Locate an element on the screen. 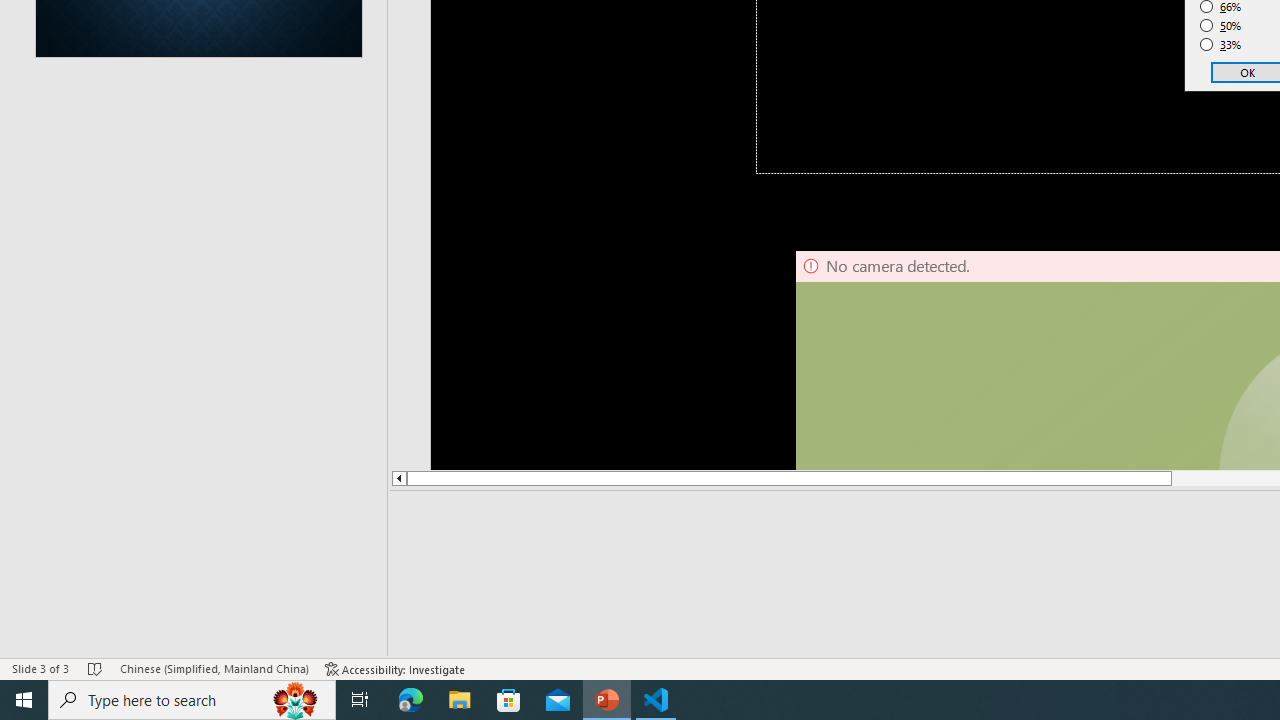  '50%' is located at coordinates (1220, 25).